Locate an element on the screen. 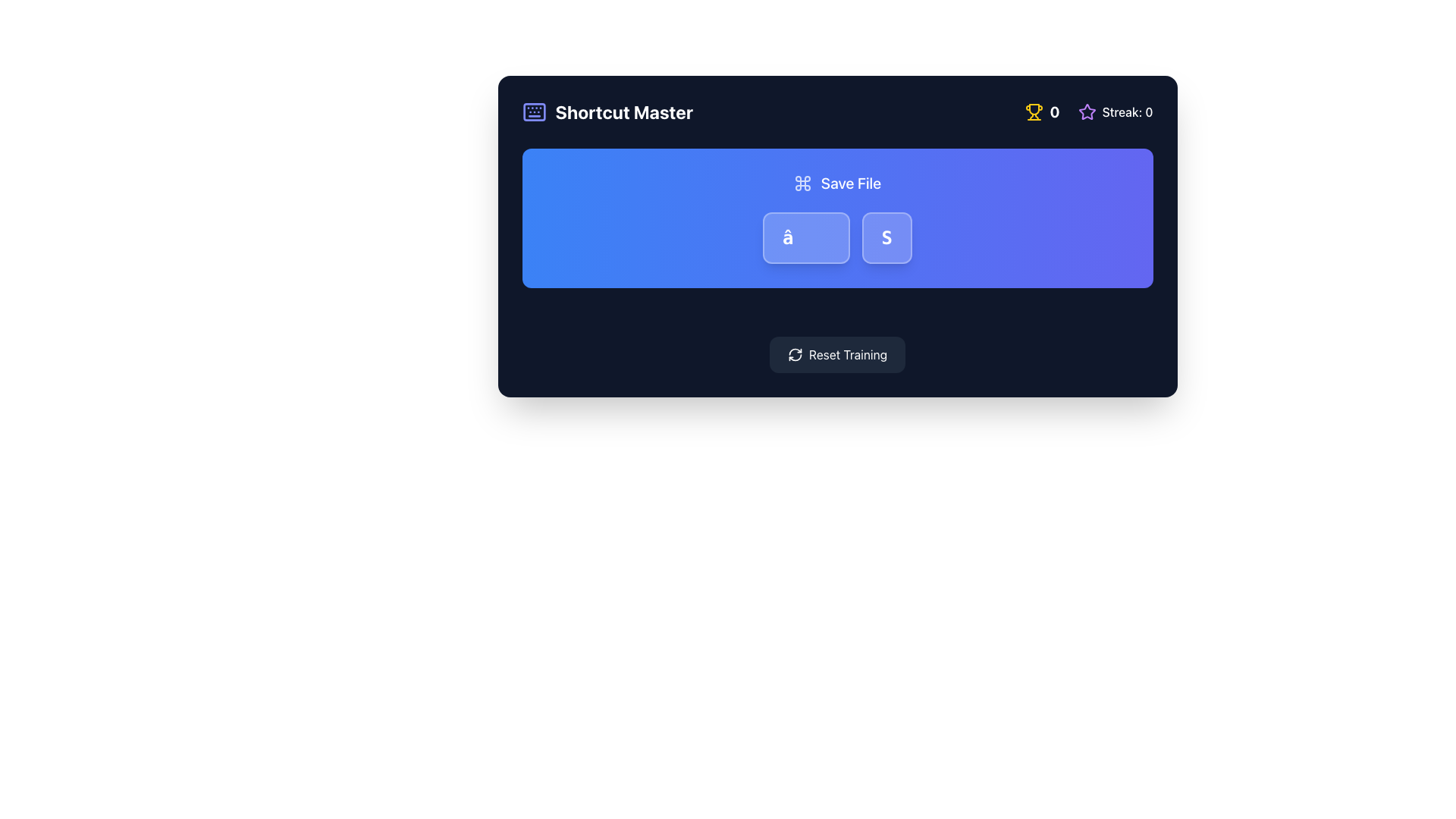  the 'Reset Training' button, which features a circular arrow icon and is is located at coordinates (794, 354).